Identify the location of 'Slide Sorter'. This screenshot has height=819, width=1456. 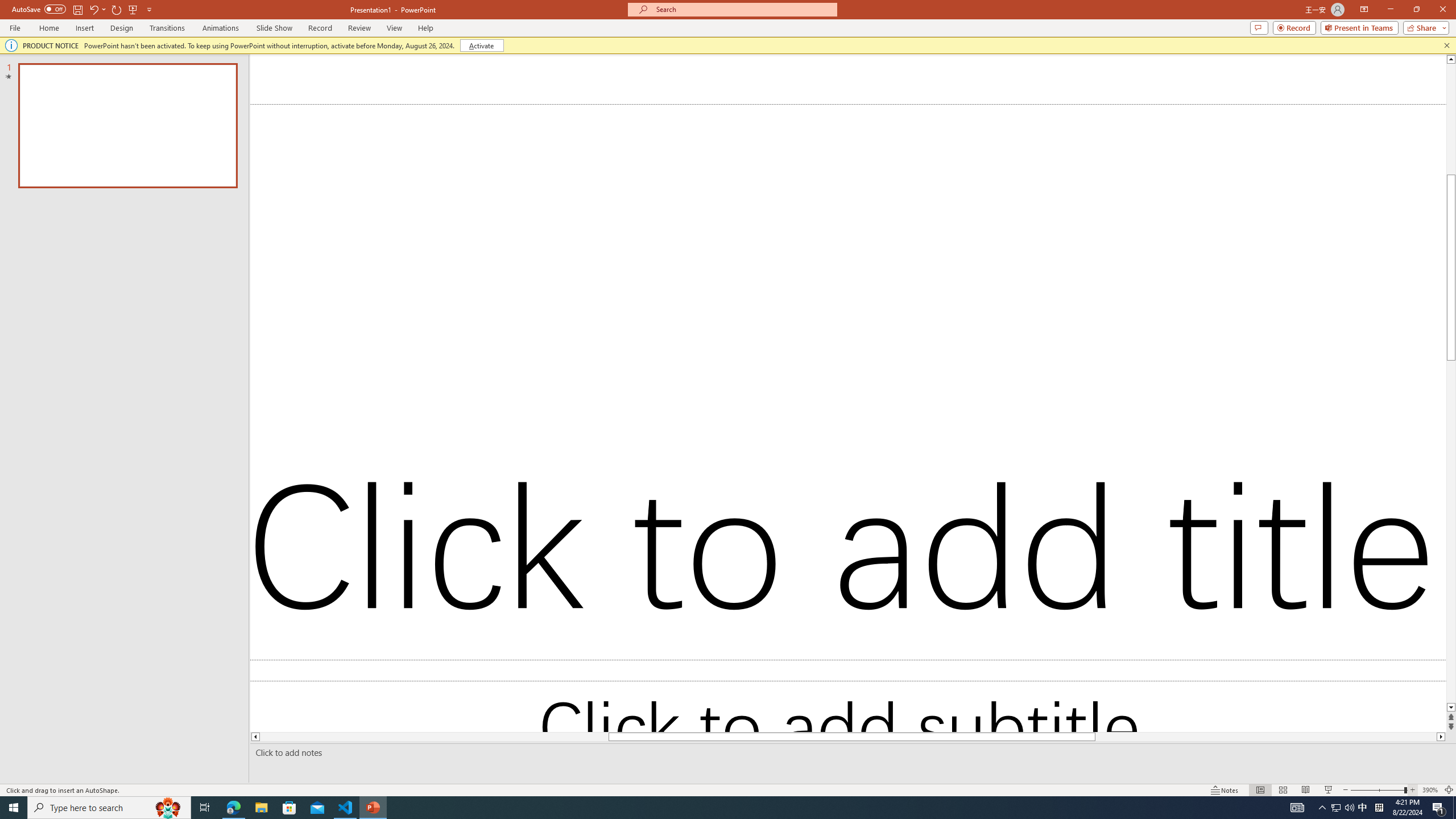
(1282, 790).